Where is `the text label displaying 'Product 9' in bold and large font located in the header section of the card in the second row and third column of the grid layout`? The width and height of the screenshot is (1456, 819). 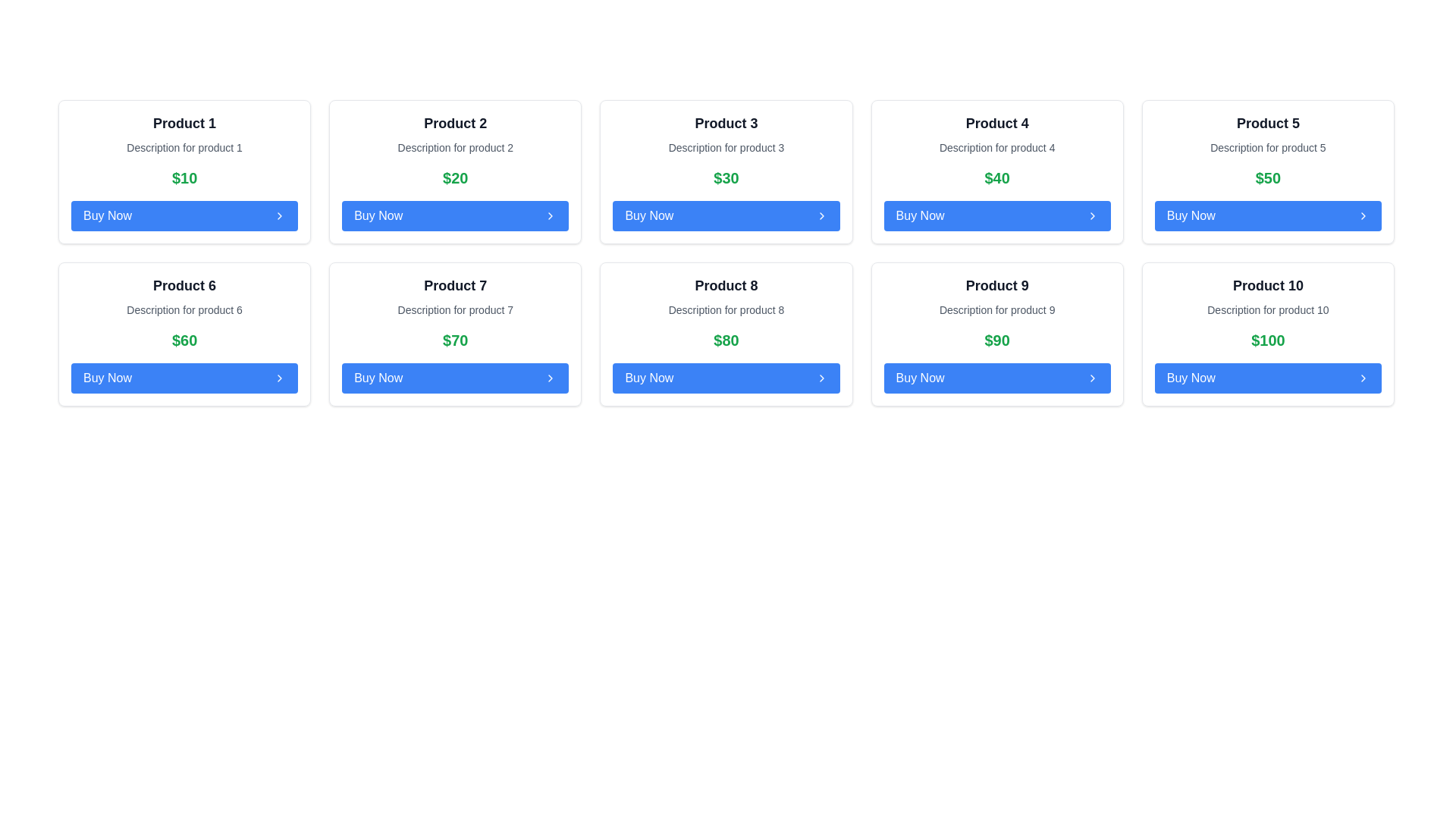
the text label displaying 'Product 9' in bold and large font located in the header section of the card in the second row and third column of the grid layout is located at coordinates (997, 286).